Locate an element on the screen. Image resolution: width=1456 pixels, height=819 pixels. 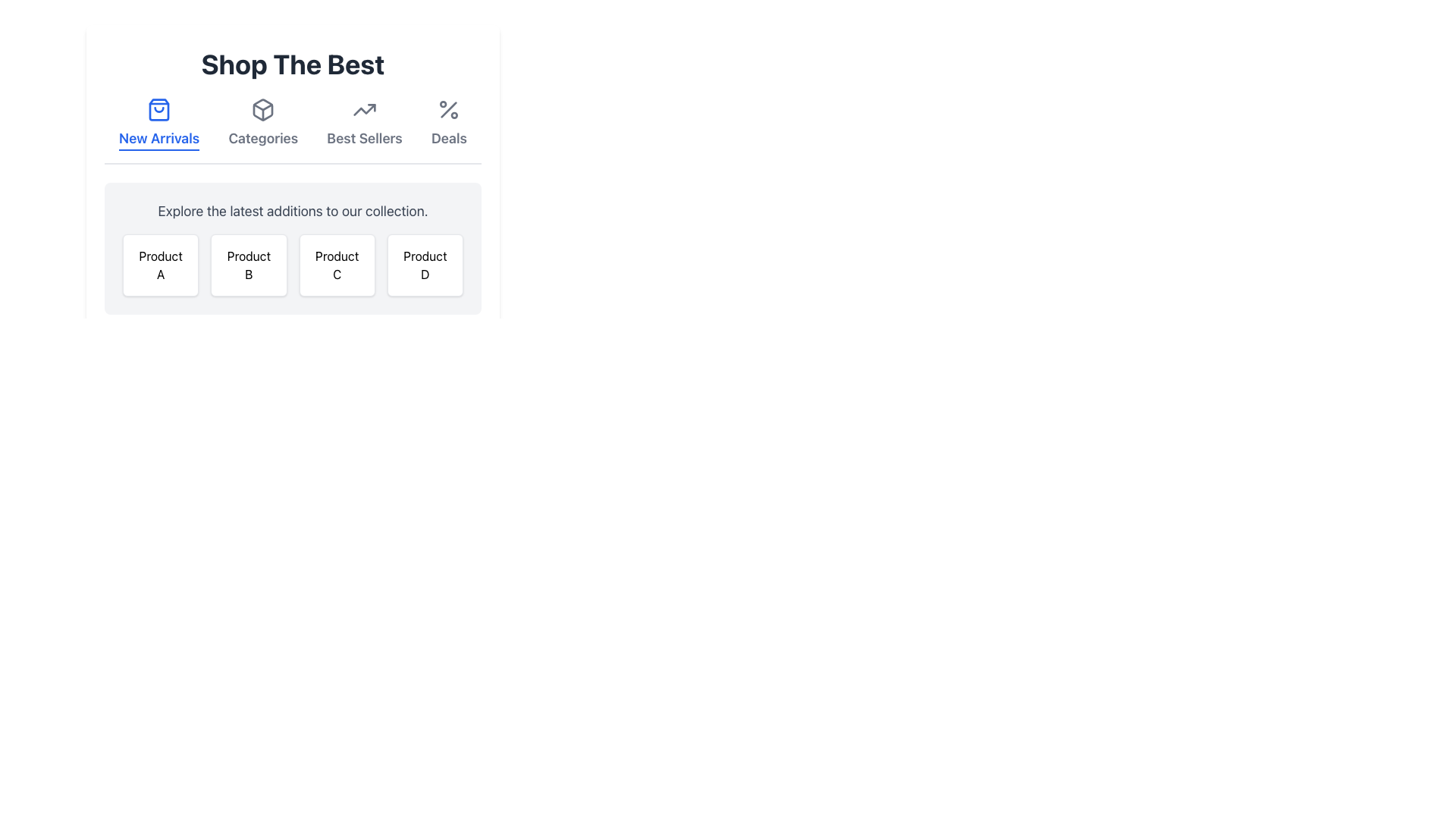
the third button in the horizontal navigation bar that redirects to the best-selling products section is located at coordinates (365, 124).